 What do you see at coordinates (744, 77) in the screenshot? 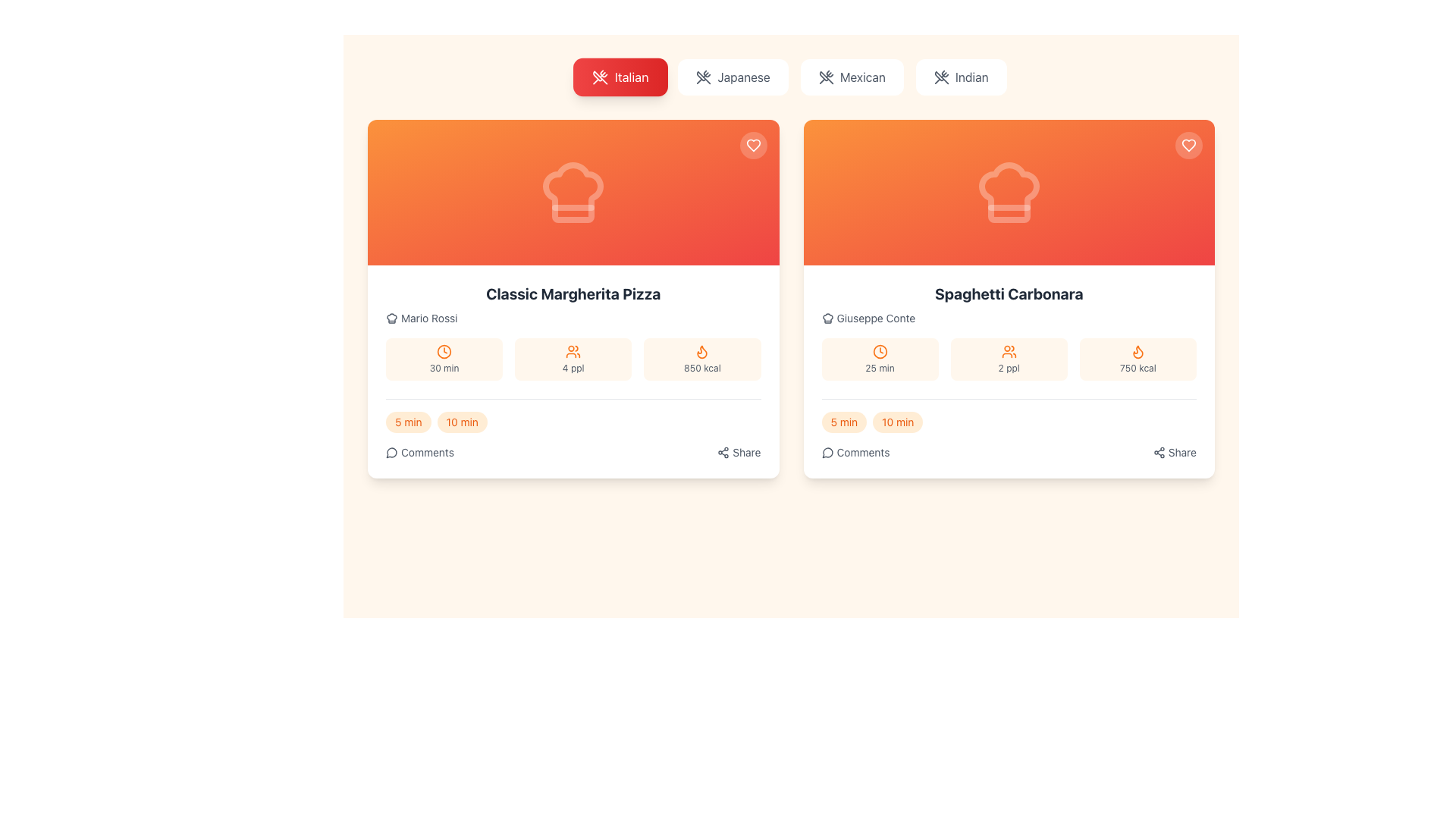
I see `the button containing the text 'Japanese'` at bounding box center [744, 77].